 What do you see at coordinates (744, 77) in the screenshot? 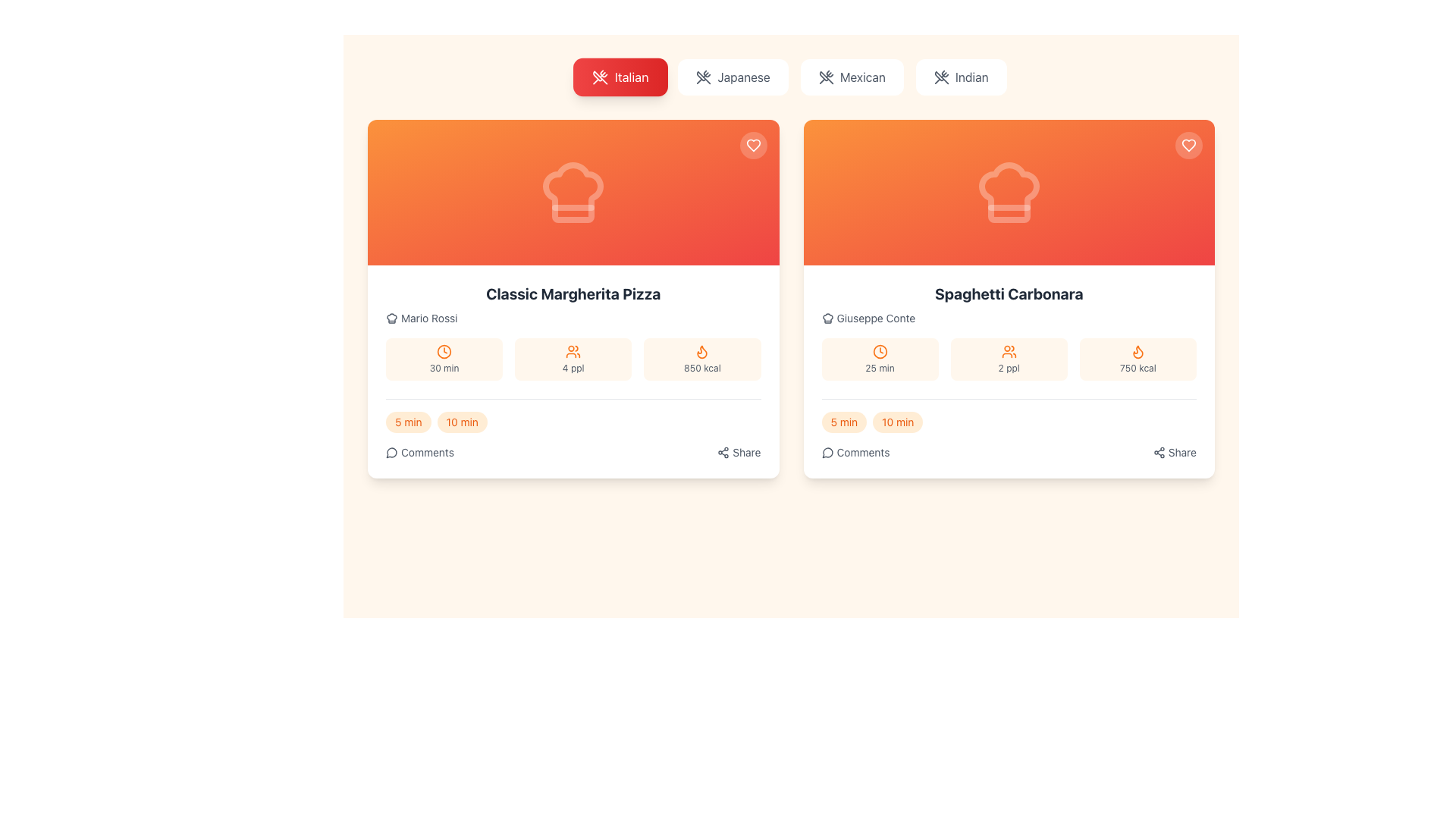
I see `the button containing the text 'Japanese'` at bounding box center [744, 77].